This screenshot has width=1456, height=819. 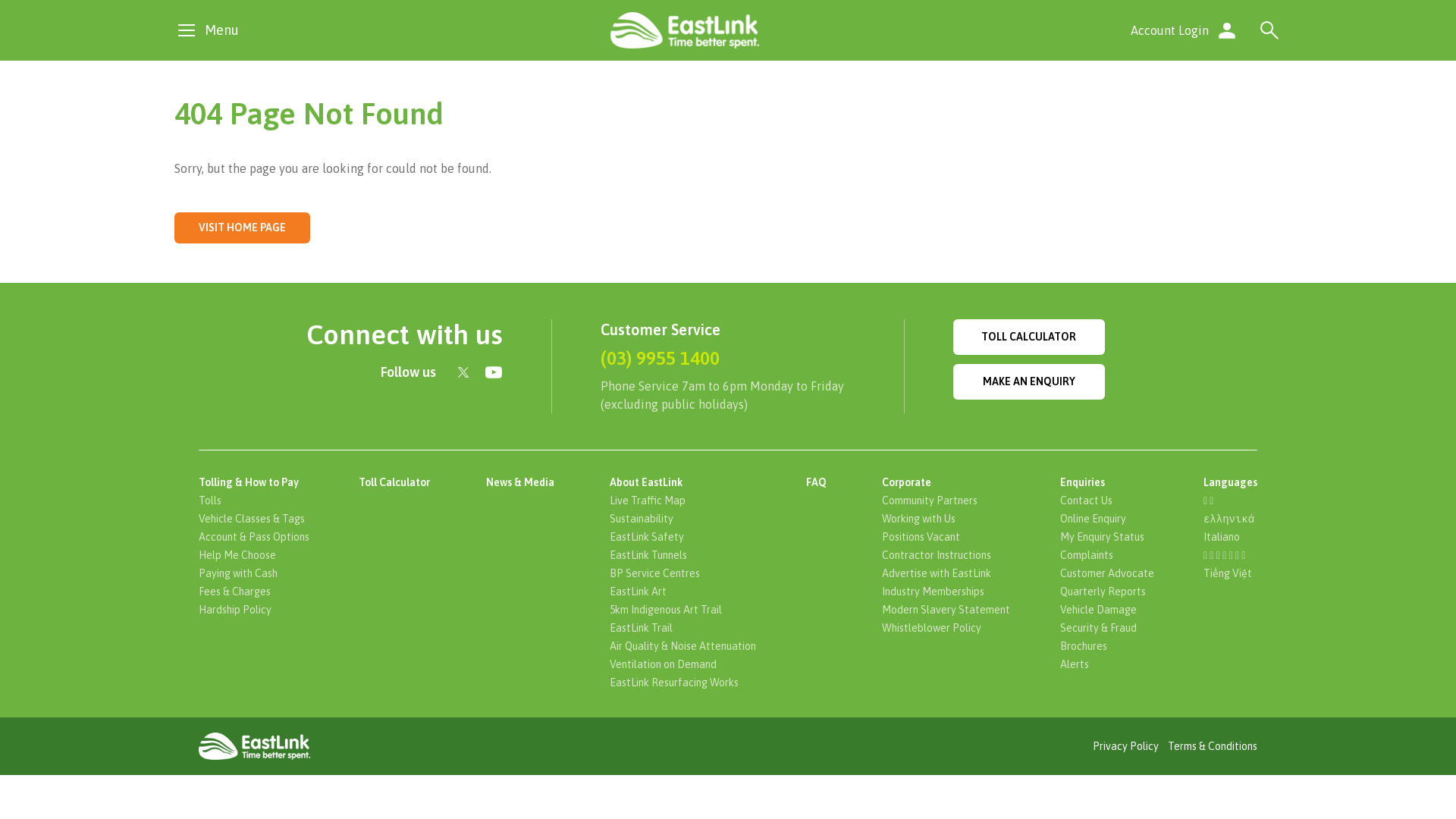 I want to click on 'EastLink Safety', so click(x=610, y=536).